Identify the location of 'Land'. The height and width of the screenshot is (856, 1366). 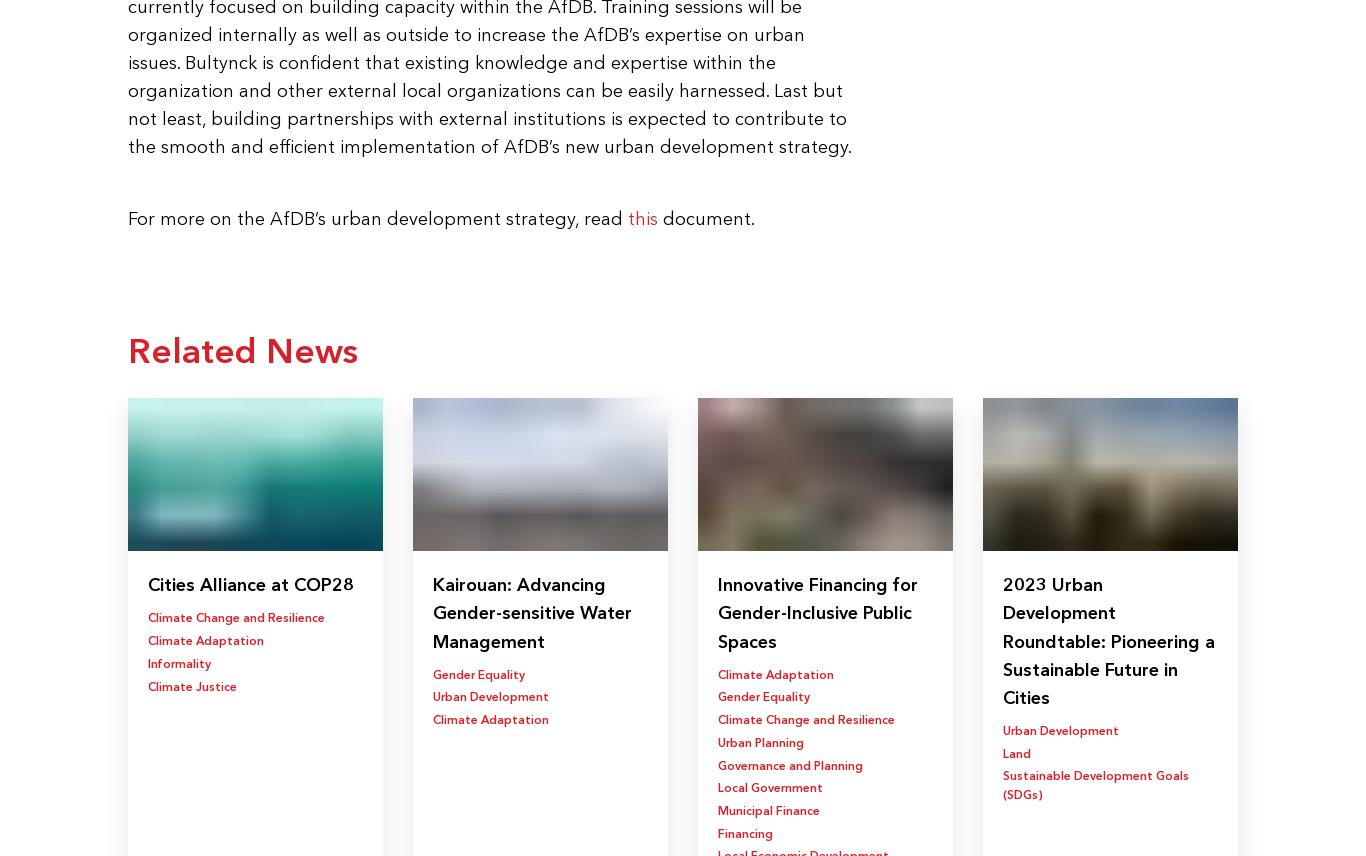
(1016, 751).